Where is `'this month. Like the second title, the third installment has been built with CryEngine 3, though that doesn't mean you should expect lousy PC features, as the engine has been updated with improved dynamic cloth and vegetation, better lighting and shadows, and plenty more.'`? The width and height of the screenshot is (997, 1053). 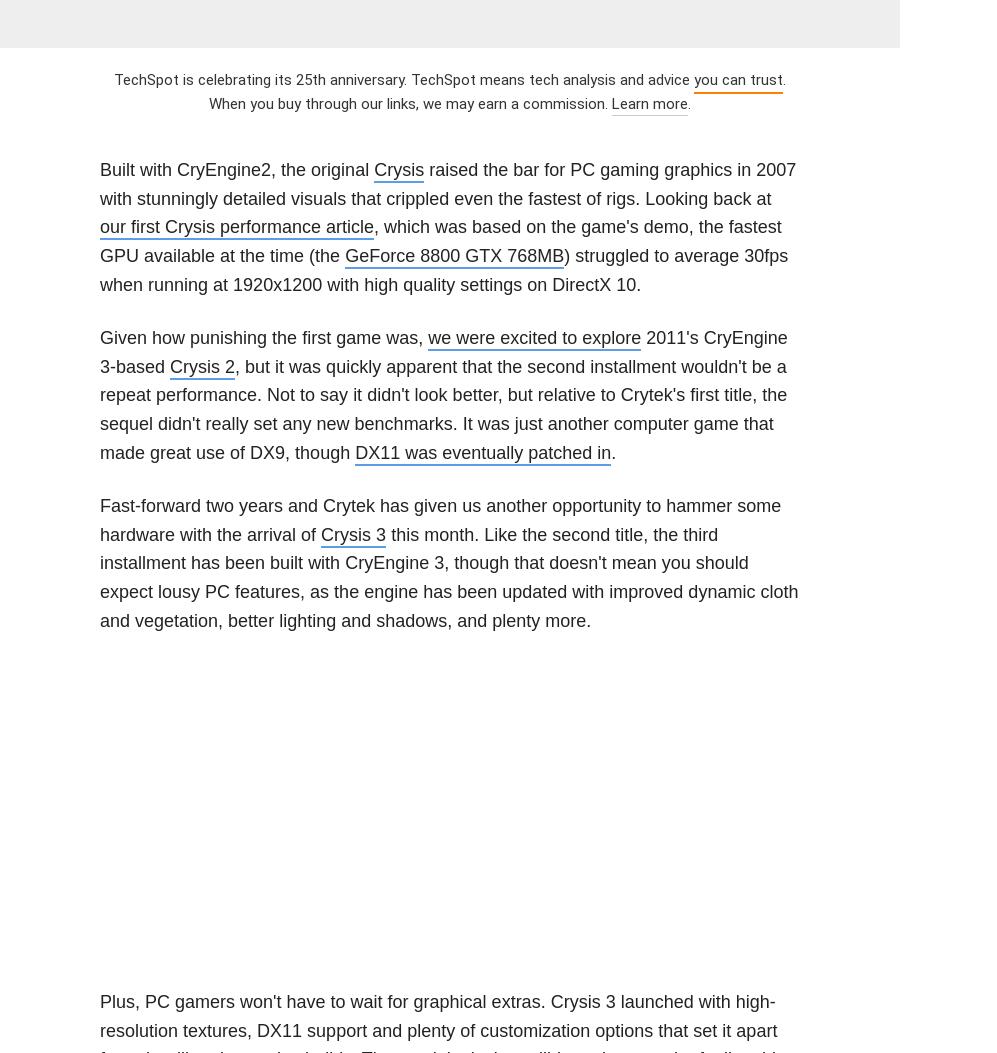 'this month. Like the second title, the third installment has been built with CryEngine 3, though that doesn't mean you should expect lousy PC features, as the engine has been updated with improved dynamic cloth and vegetation, better lighting and shadows, and plenty more.' is located at coordinates (448, 577).